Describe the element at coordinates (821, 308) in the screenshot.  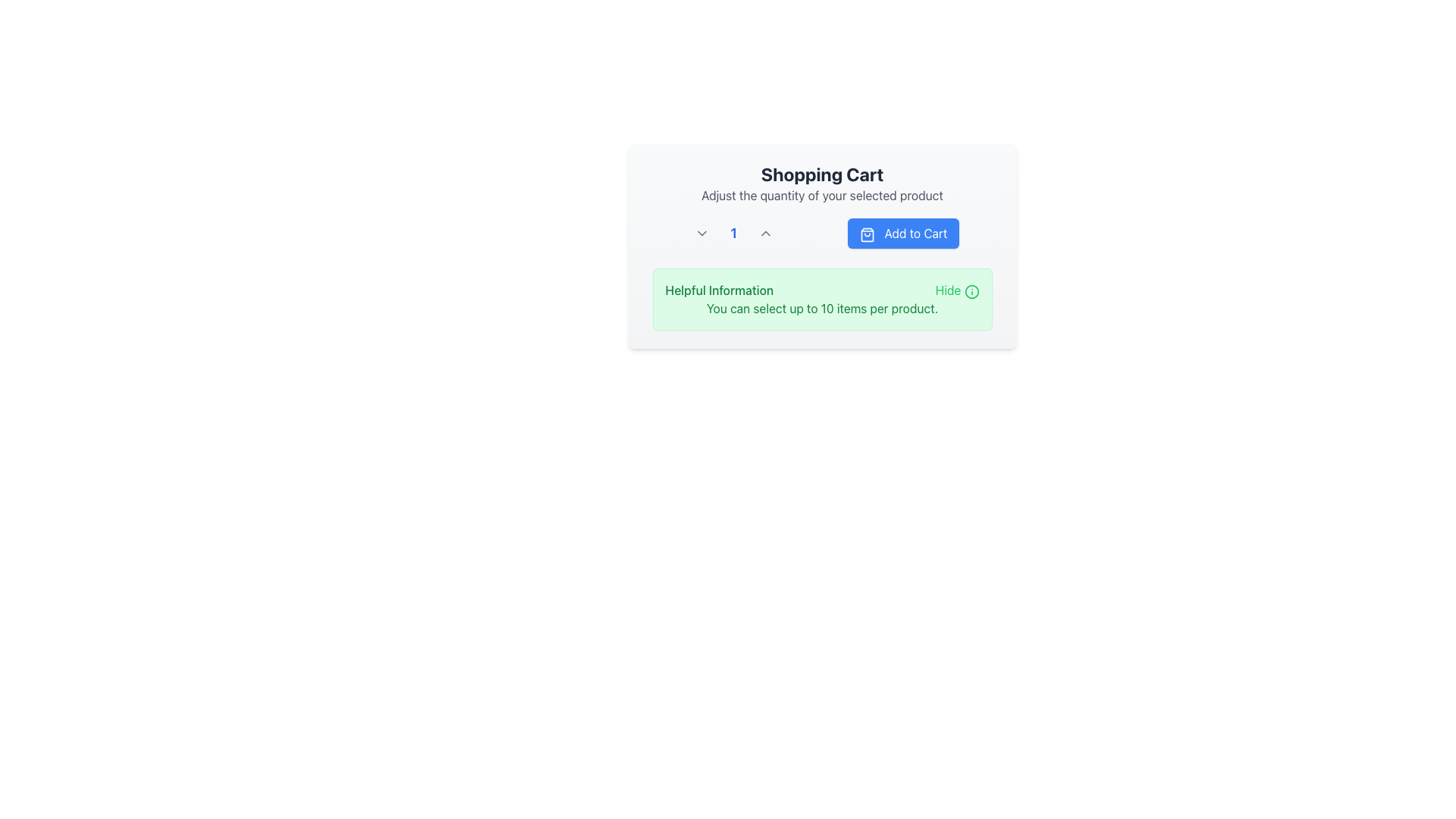
I see `the informational text label that reads 'You can select up to 10 items per product.' located in the lower part of the 'Helpful Information' section` at that location.